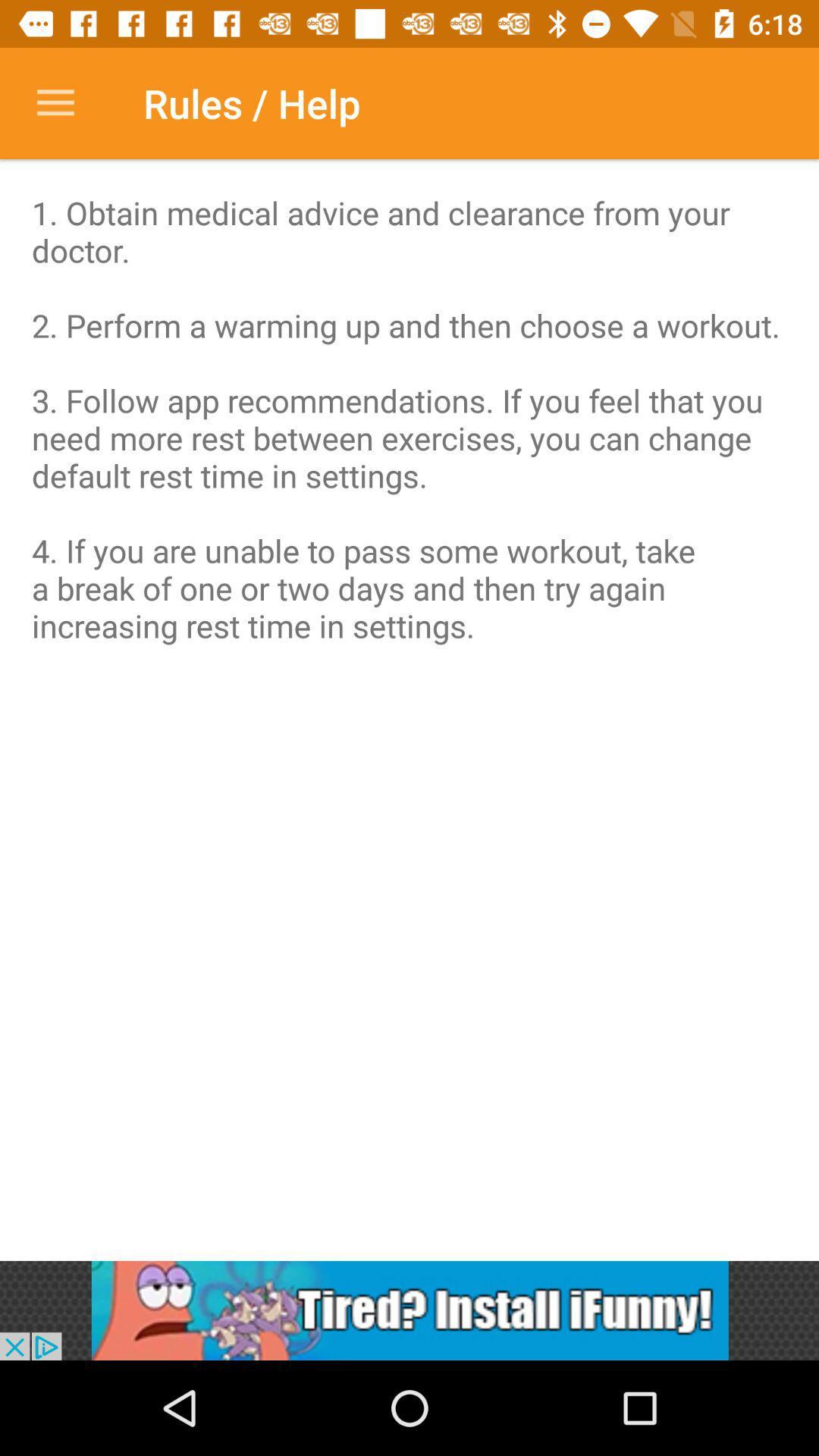 The height and width of the screenshot is (1456, 819). What do you see at coordinates (409, 1310) in the screenshot?
I see `this advertisement` at bounding box center [409, 1310].